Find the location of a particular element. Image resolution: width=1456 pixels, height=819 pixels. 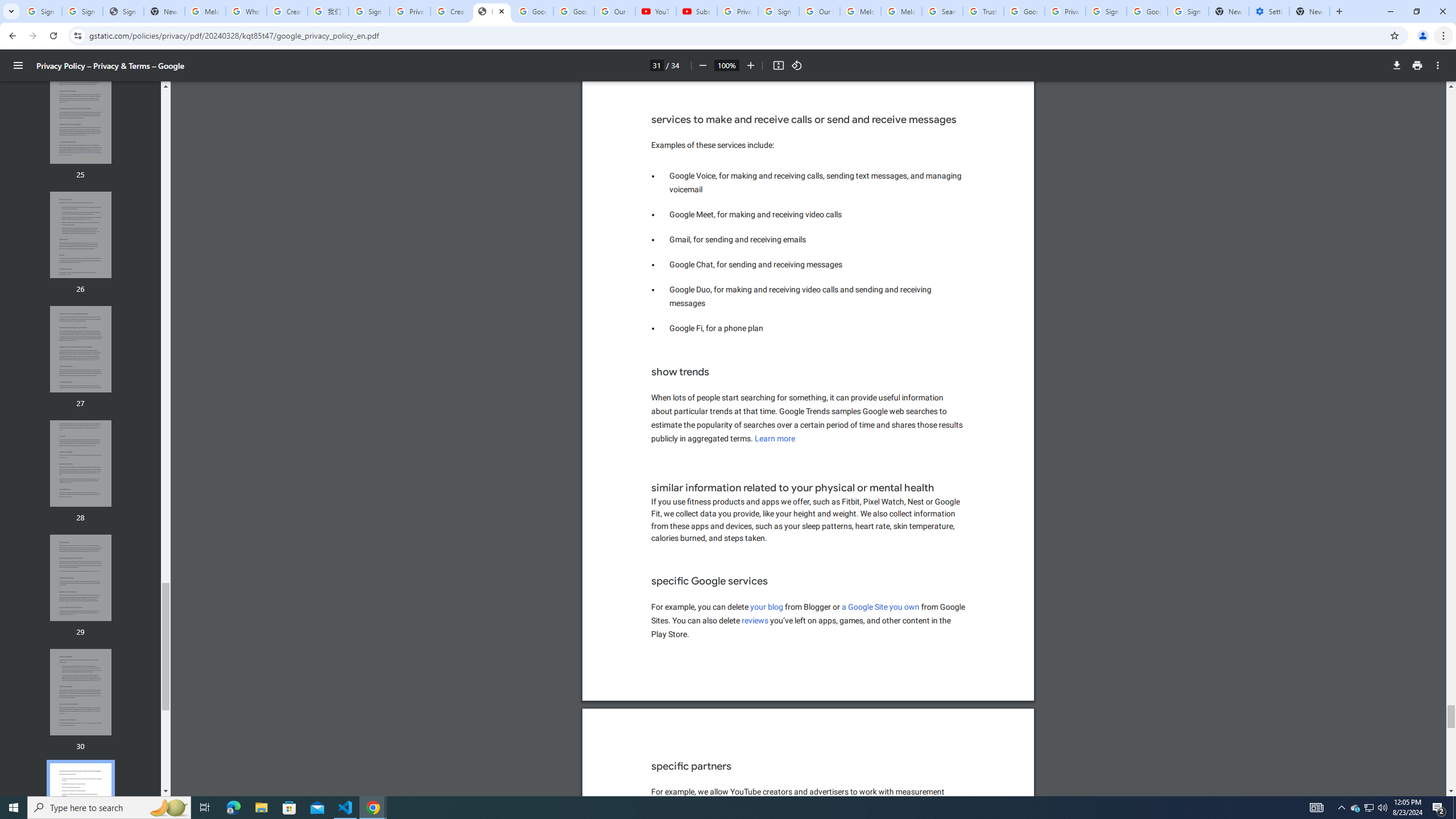

'Page number' is located at coordinates (656, 65).